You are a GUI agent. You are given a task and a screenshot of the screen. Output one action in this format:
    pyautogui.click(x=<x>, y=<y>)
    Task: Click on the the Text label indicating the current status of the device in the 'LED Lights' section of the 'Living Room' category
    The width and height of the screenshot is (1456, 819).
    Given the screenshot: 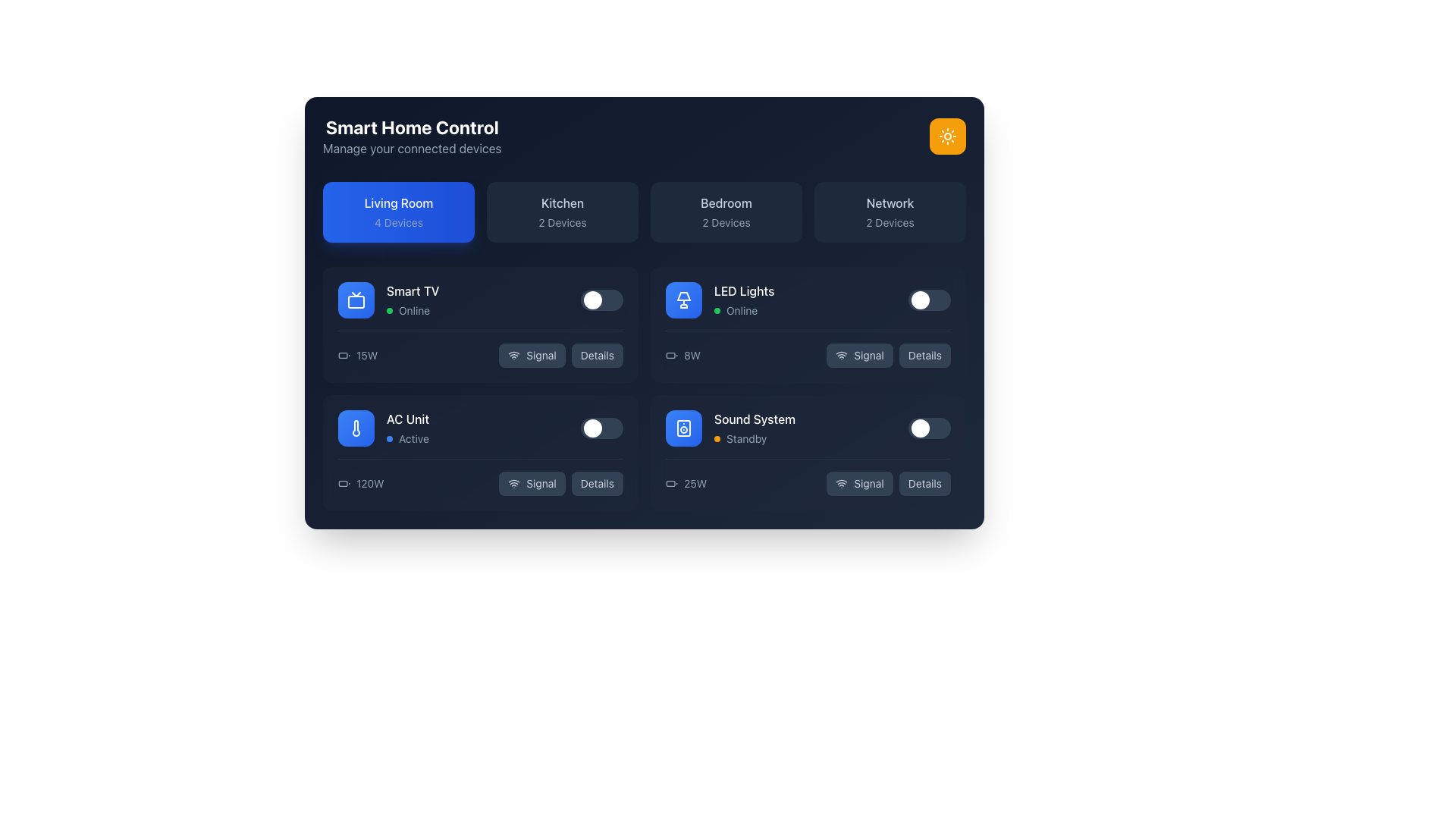 What is the action you would take?
    pyautogui.click(x=742, y=309)
    